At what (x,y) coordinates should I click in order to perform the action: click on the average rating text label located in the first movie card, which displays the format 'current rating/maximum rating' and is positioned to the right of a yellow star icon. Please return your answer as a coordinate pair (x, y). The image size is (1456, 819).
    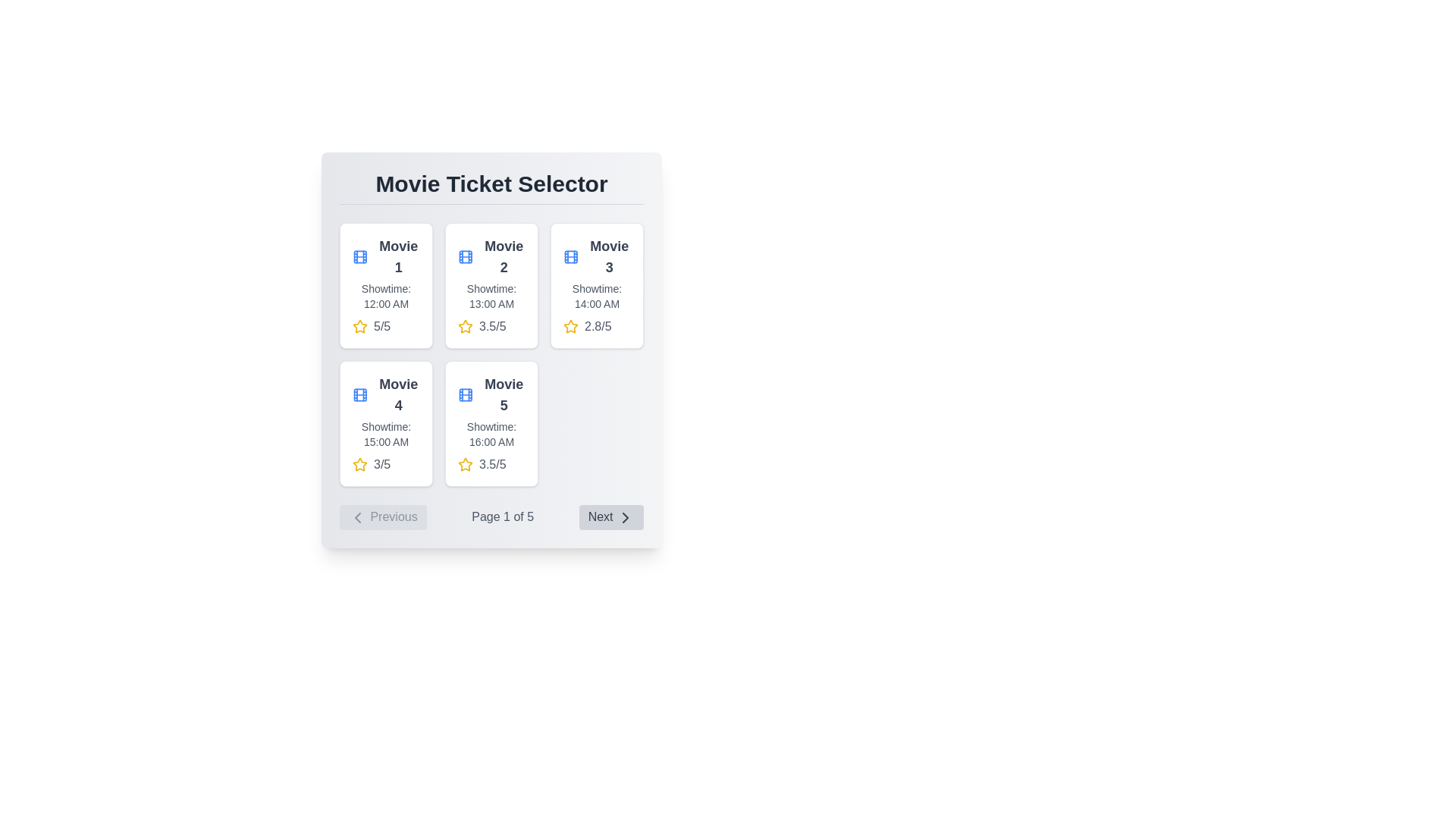
    Looking at the image, I should click on (382, 326).